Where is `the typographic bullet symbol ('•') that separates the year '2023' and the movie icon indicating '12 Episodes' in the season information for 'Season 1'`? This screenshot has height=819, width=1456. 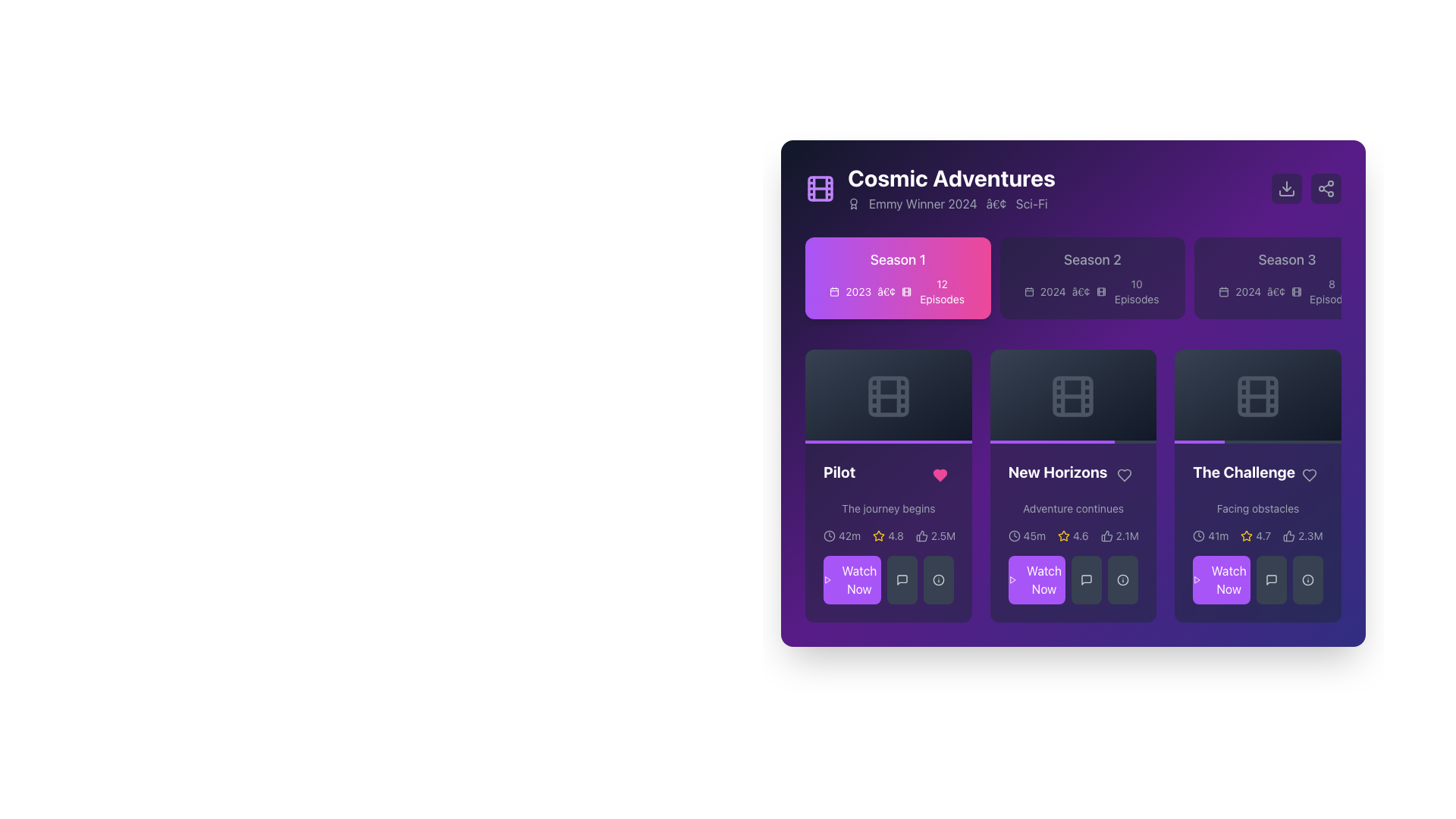
the typographic bullet symbol ('•') that separates the year '2023' and the movie icon indicating '12 Episodes' in the season information for 'Season 1' is located at coordinates (886, 292).